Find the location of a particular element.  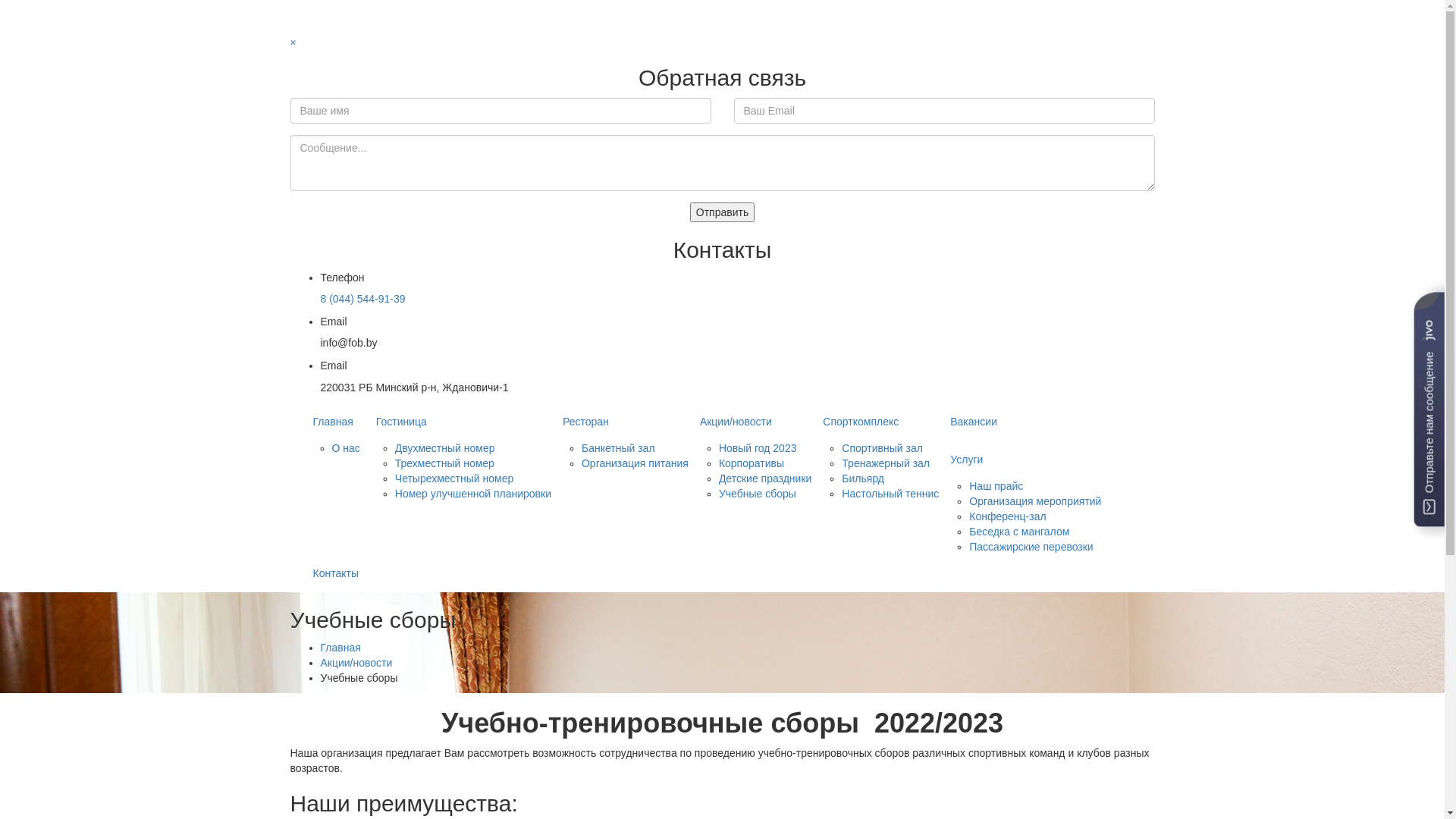

'8 (044) 544-91-39' is located at coordinates (362, 298).